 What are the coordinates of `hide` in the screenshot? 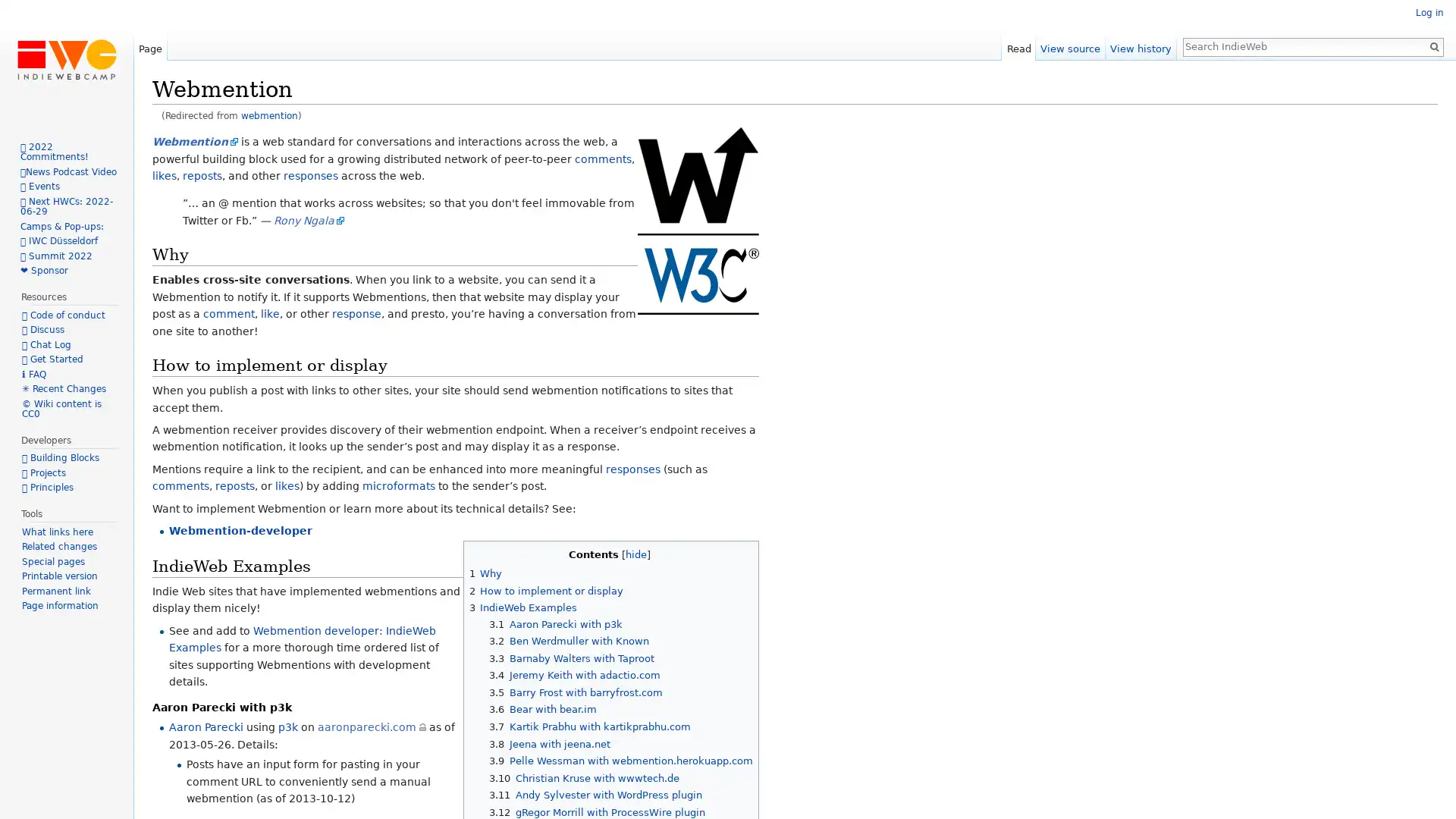 It's located at (635, 554).